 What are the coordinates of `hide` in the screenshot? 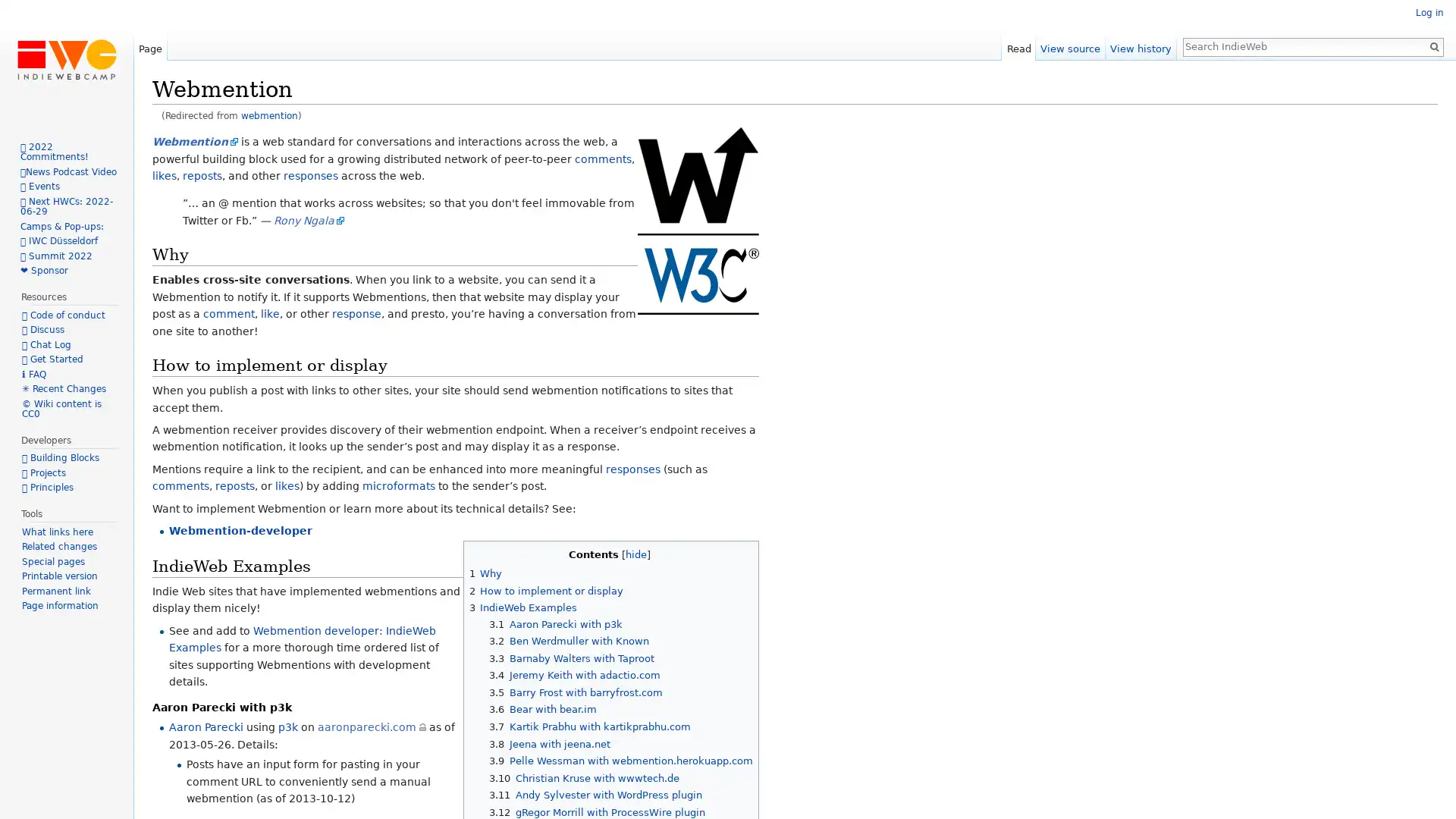 It's located at (635, 554).